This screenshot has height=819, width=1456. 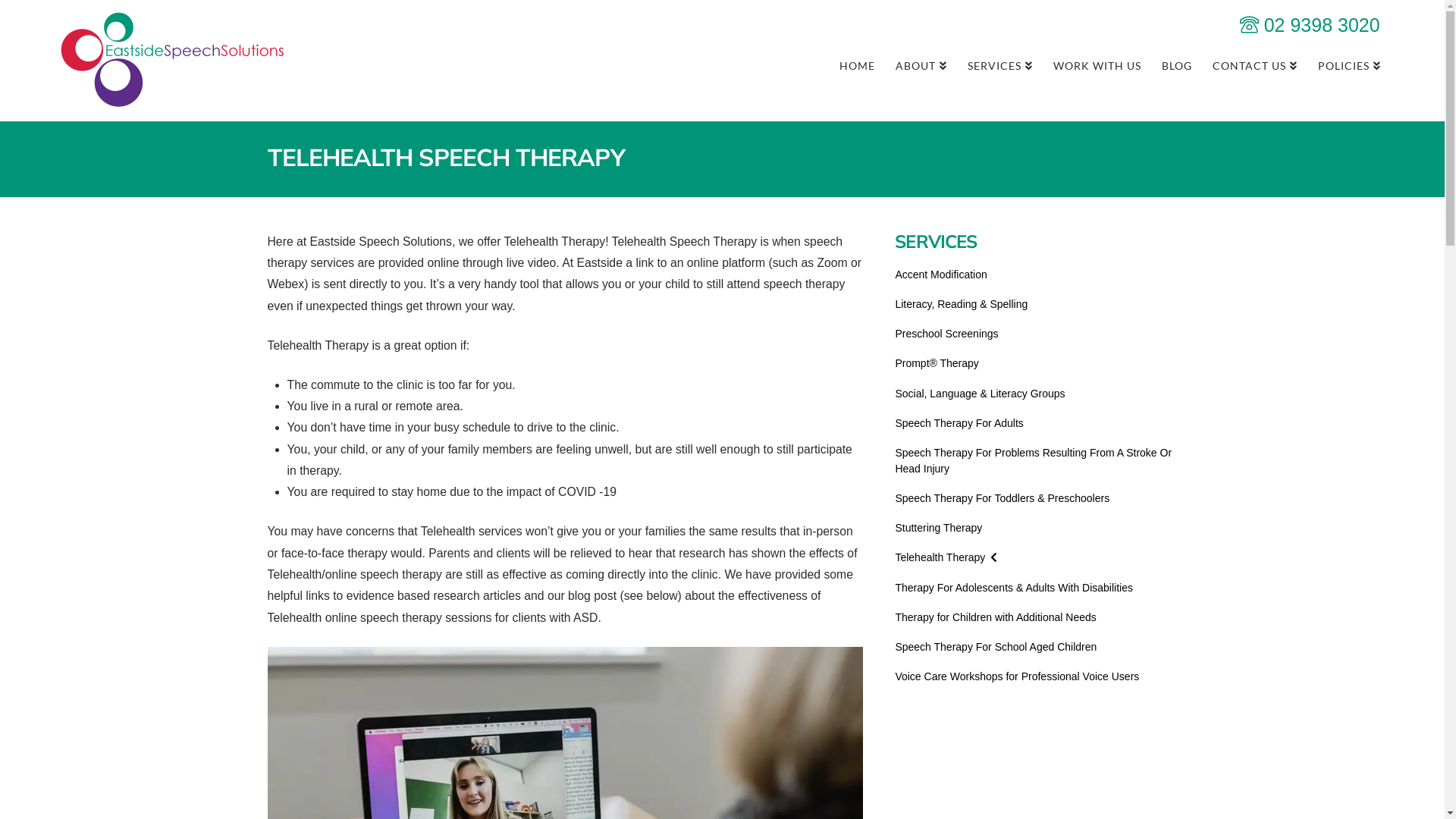 I want to click on 'Speech Therapy For Adults', so click(x=958, y=423).